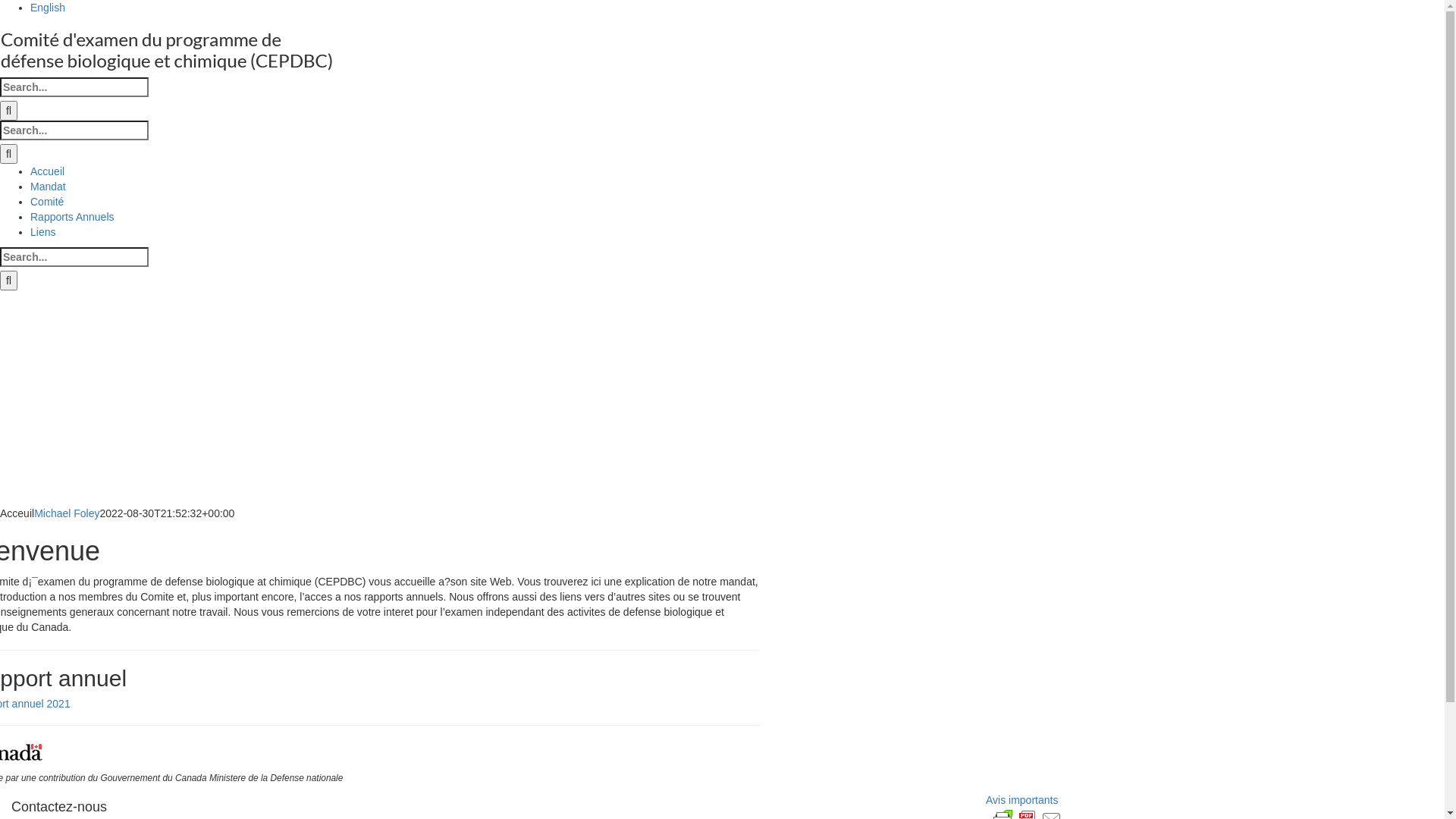  I want to click on 'Mandat', so click(30, 186).